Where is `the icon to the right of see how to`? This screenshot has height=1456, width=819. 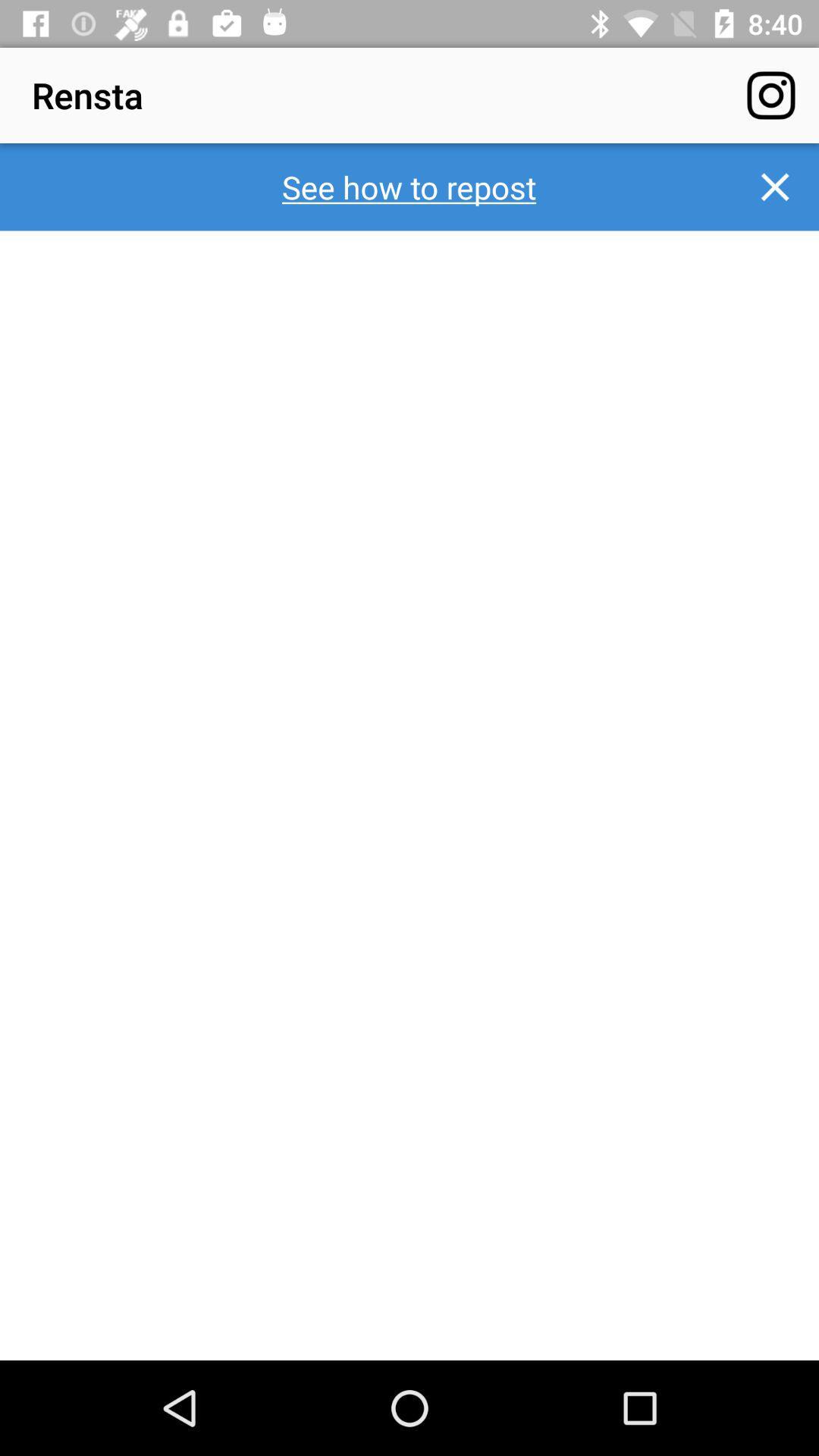
the icon to the right of see how to is located at coordinates (775, 186).